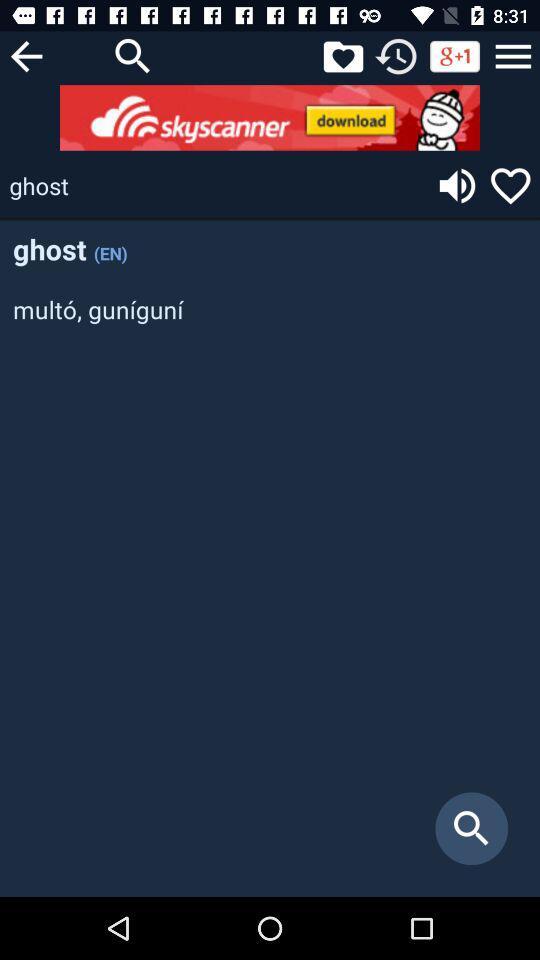  What do you see at coordinates (25, 55) in the screenshot?
I see `the arrow_backward icon` at bounding box center [25, 55].